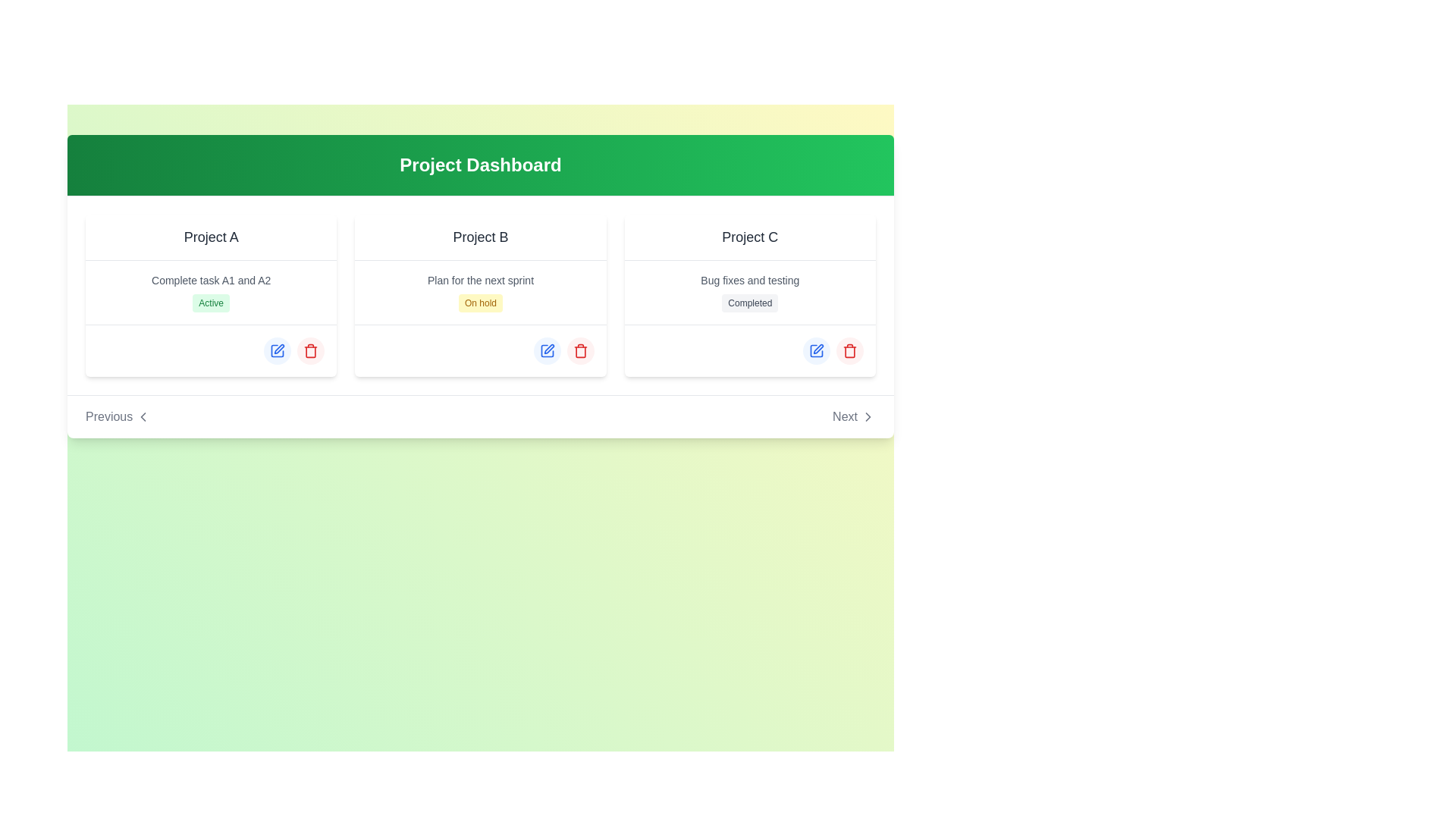 This screenshot has width=1456, height=819. Describe the element at coordinates (210, 303) in the screenshot. I see `the Status label that indicates the project is currently active, located within the 'Project Dashboard' under 'Project A', positioned below 'Complete task A1 and A2'` at that location.